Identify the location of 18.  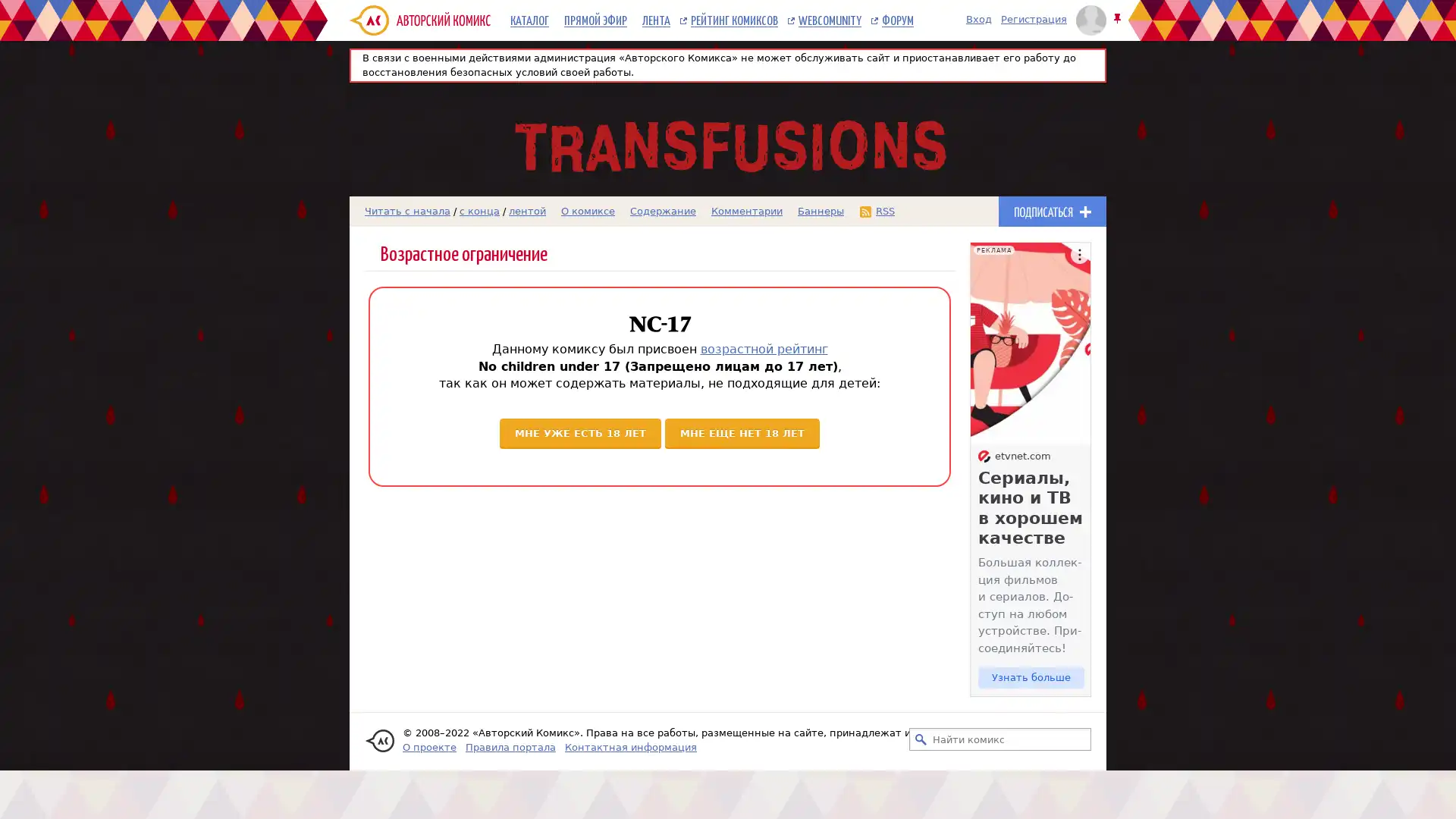
(742, 432).